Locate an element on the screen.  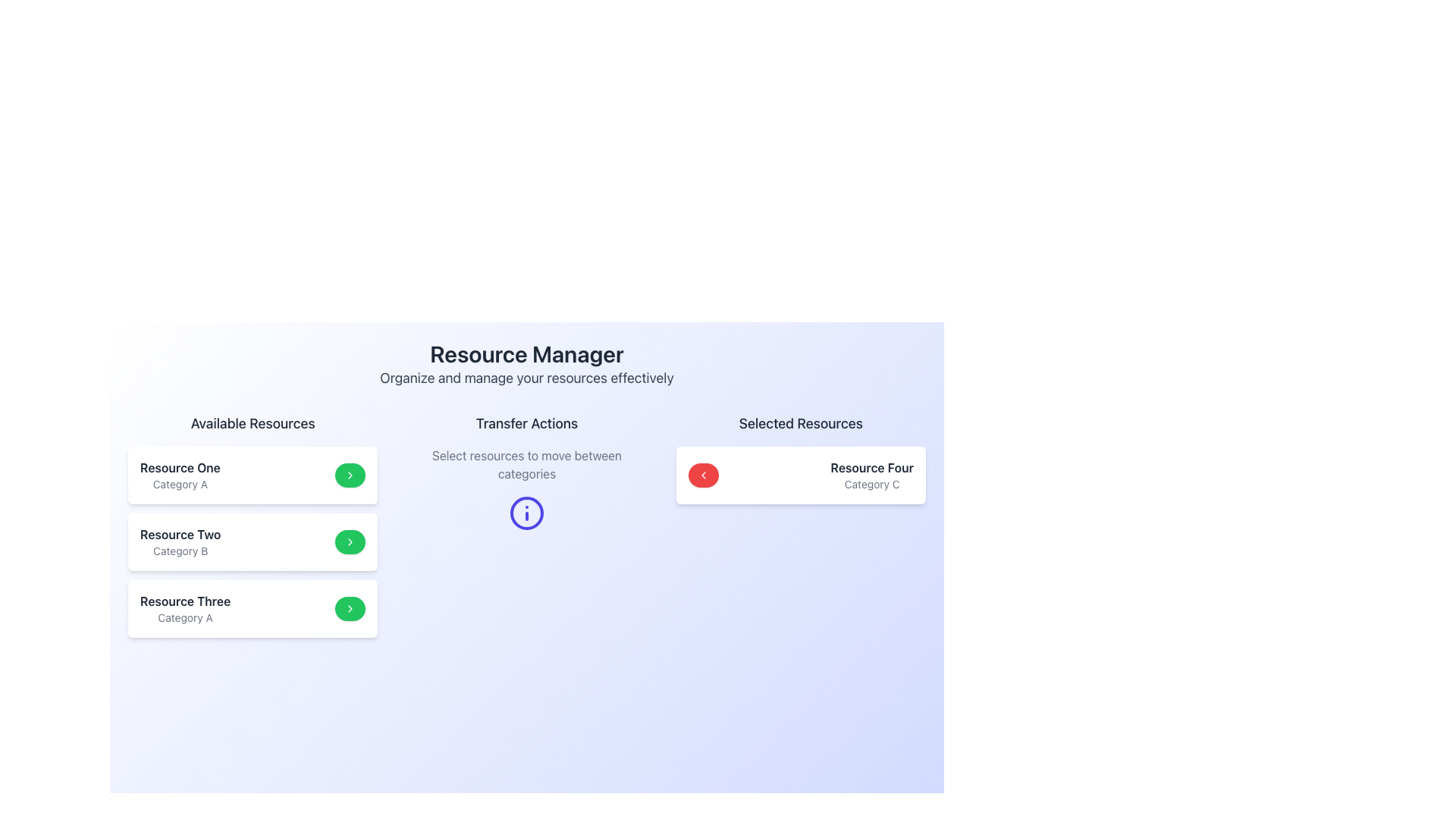
the icon button positioned to the right of the 'Resource Three' button is located at coordinates (349, 607).